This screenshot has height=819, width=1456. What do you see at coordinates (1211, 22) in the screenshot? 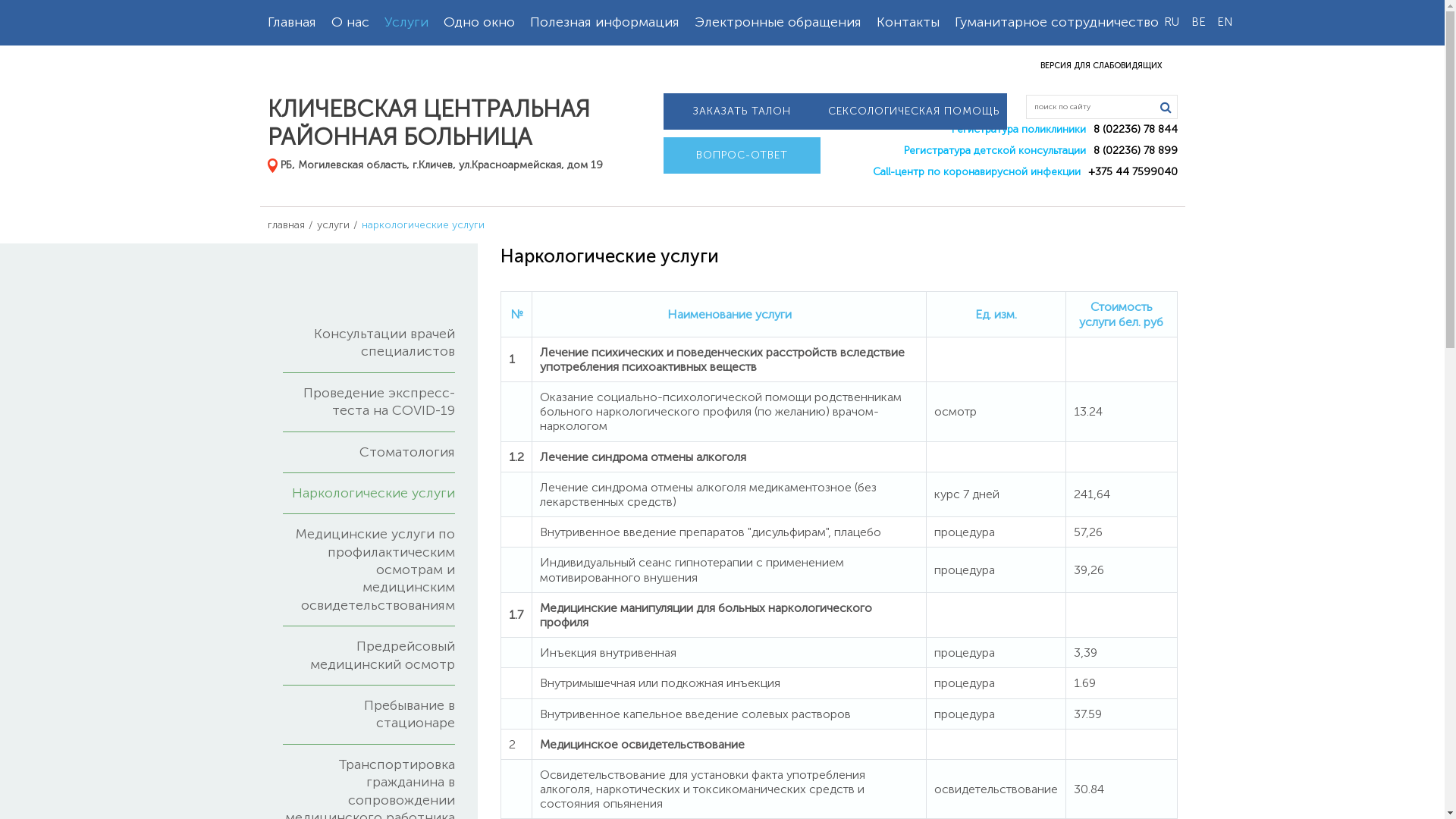
I see `'EN'` at bounding box center [1211, 22].